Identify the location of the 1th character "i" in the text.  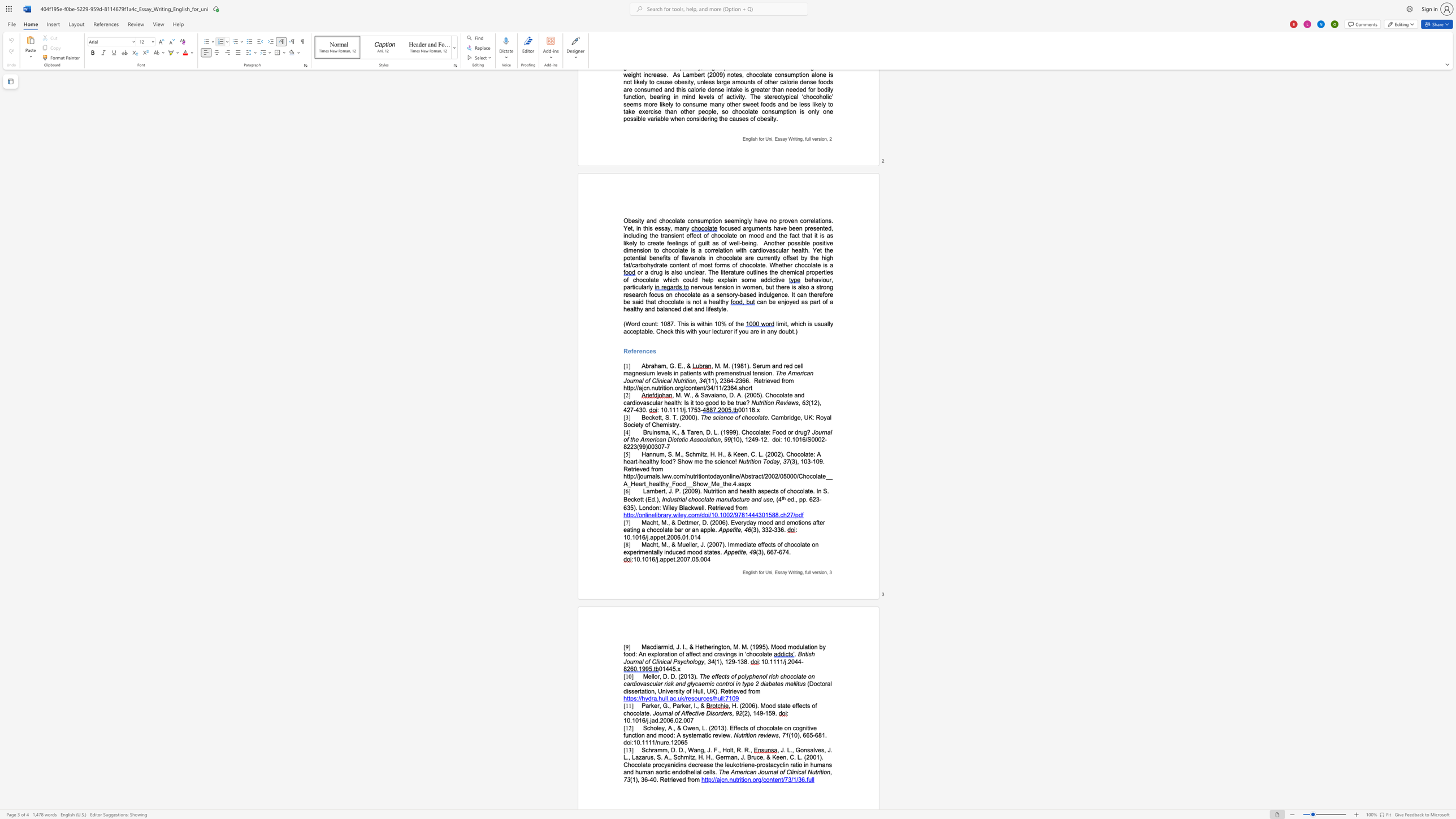
(750, 461).